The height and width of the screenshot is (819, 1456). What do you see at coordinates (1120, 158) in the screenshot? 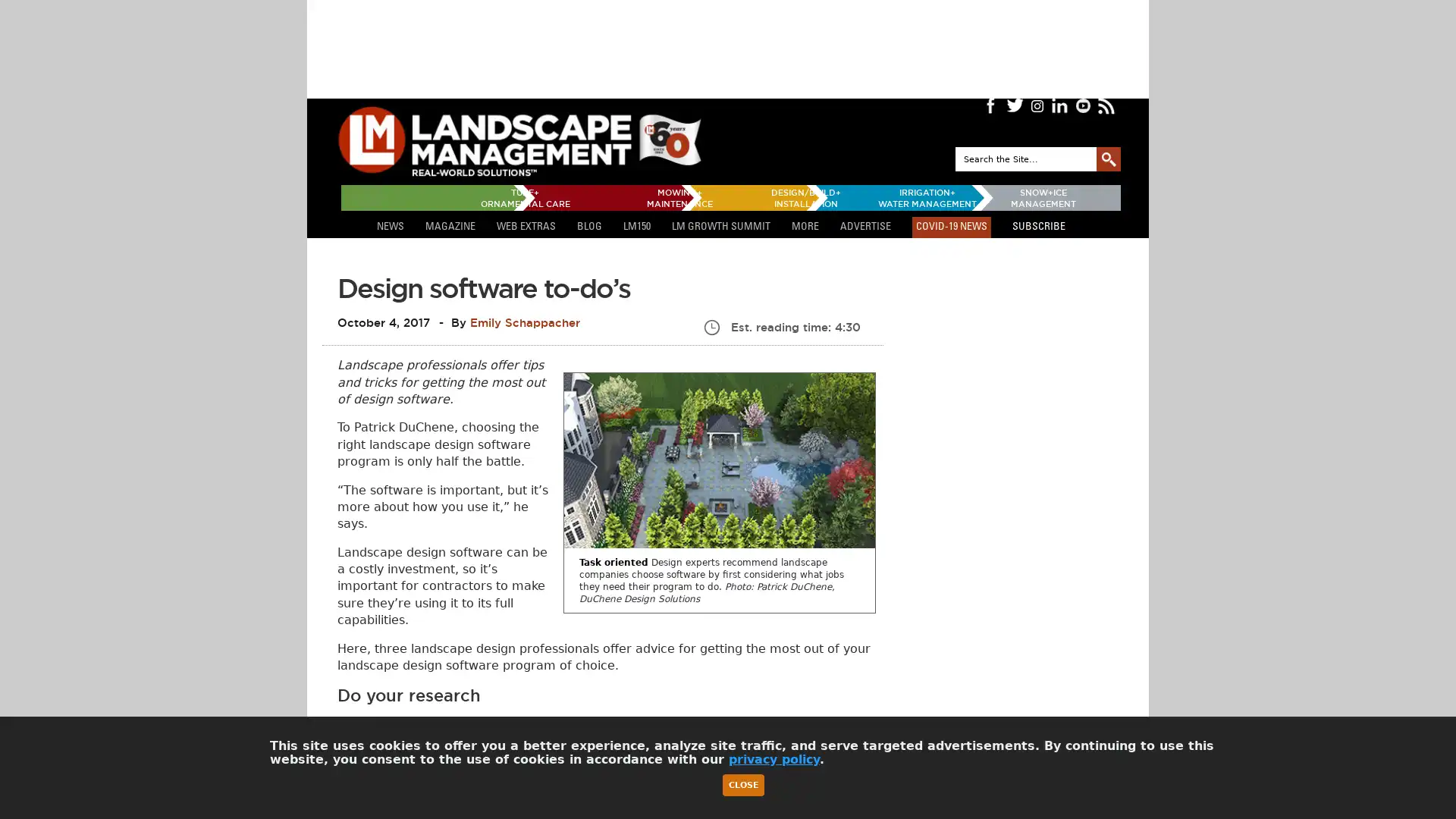
I see `GO` at bounding box center [1120, 158].